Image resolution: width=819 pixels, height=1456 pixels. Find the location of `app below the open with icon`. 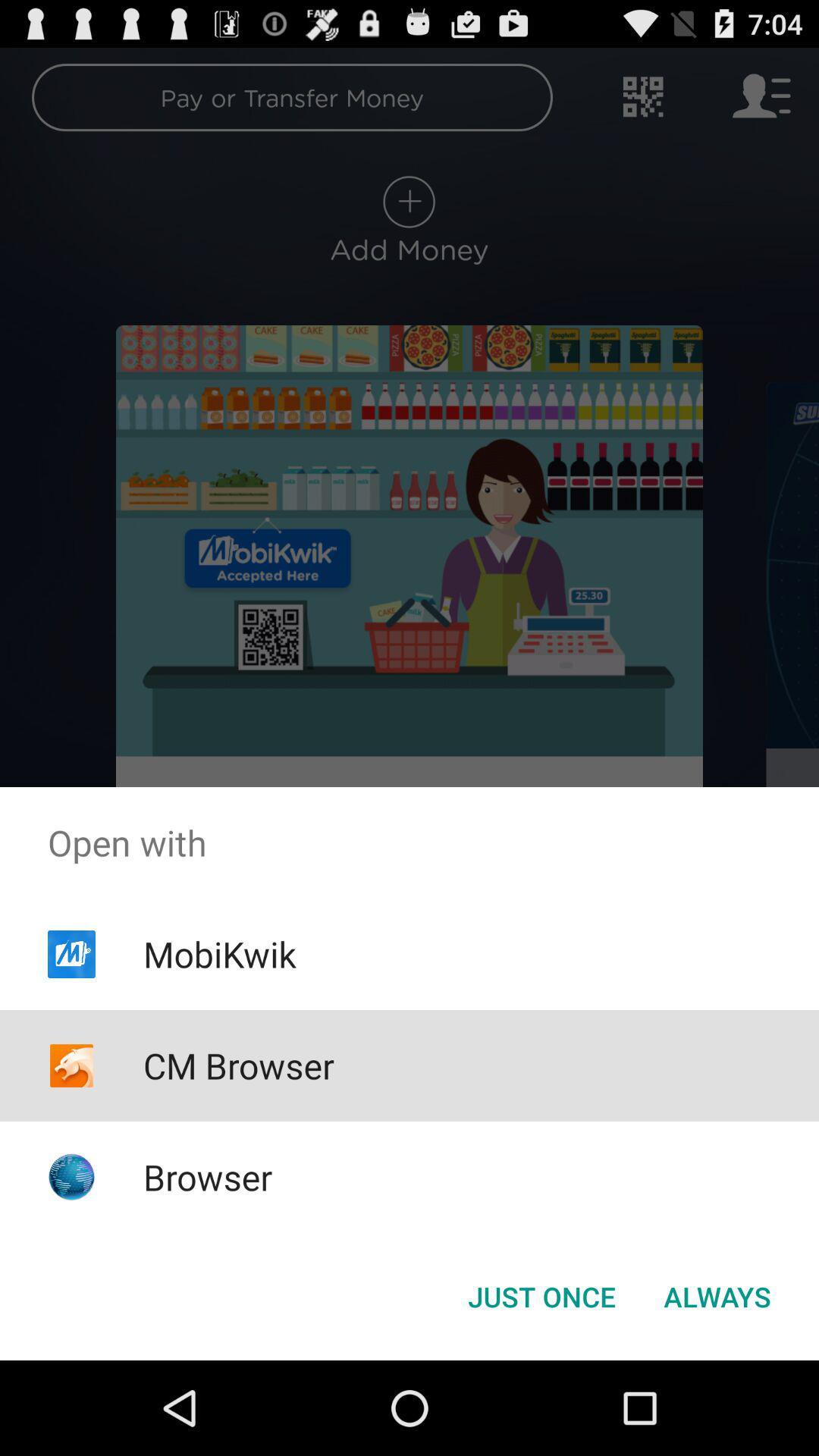

app below the open with icon is located at coordinates (219, 953).